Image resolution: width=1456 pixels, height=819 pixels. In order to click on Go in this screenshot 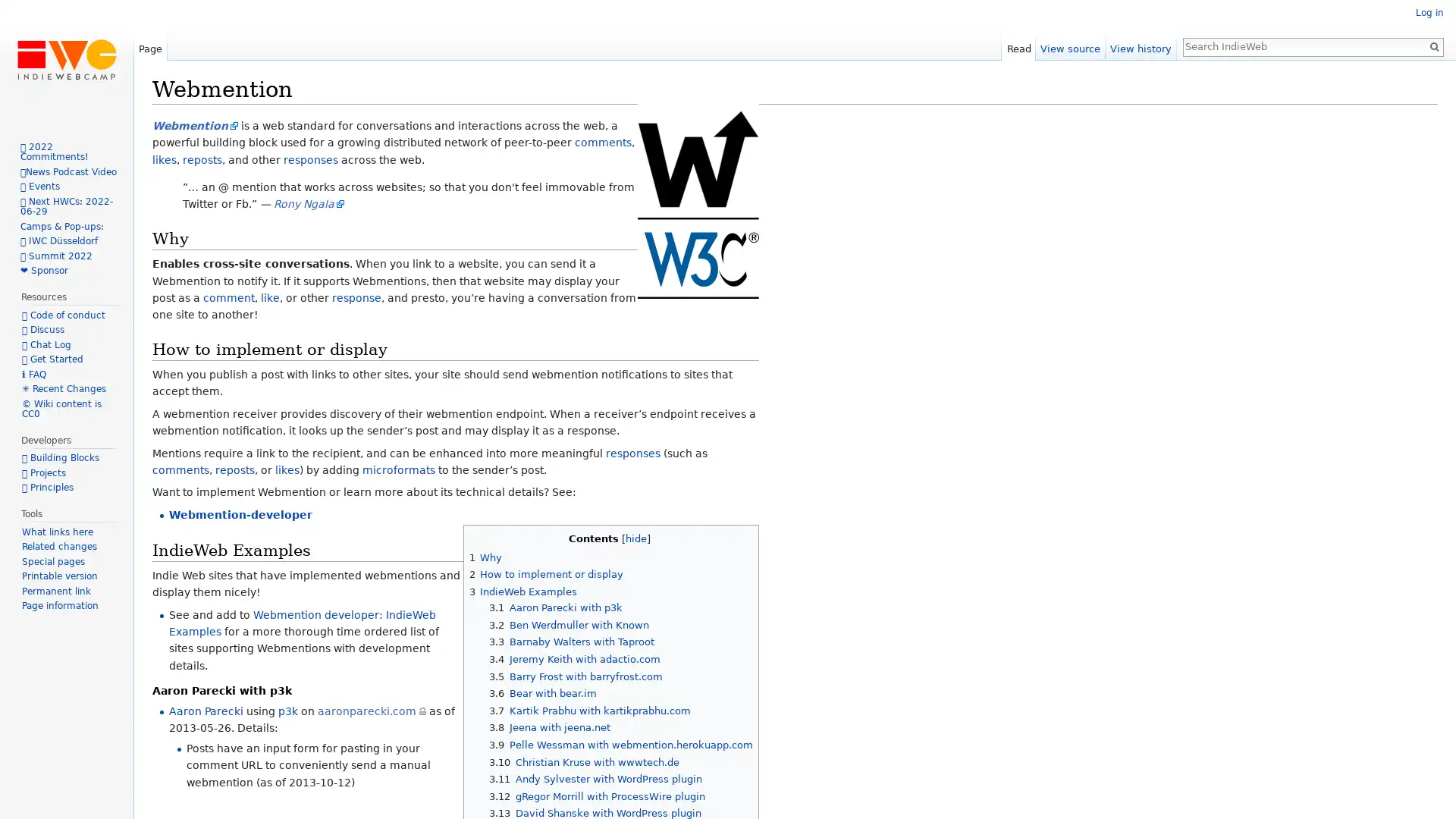, I will do `click(1433, 45)`.